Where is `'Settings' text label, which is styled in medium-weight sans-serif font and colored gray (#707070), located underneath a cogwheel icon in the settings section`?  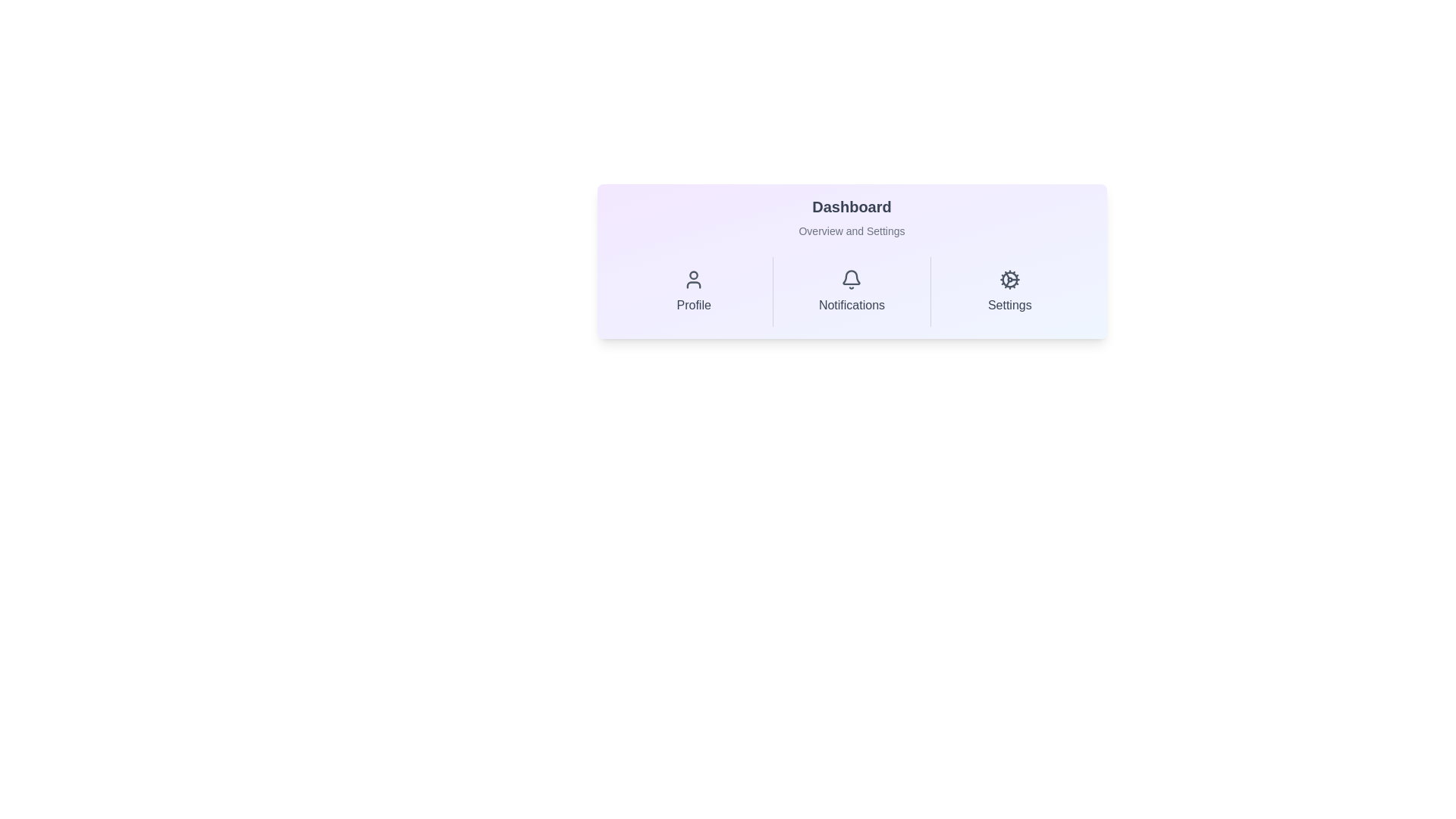
'Settings' text label, which is styled in medium-weight sans-serif font and colored gray (#707070), located underneath a cogwheel icon in the settings section is located at coordinates (1009, 305).